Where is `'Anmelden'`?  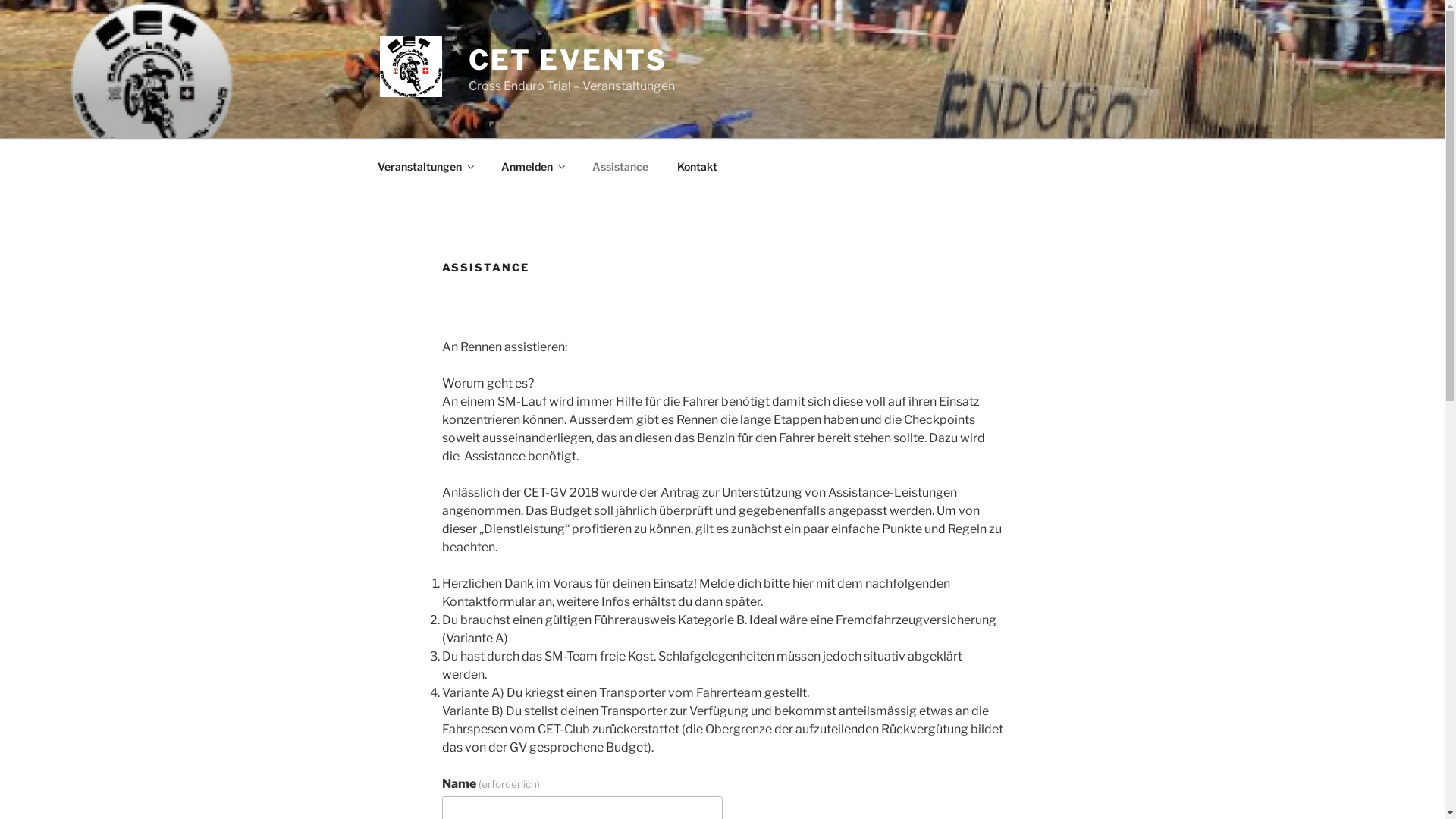 'Anmelden' is located at coordinates (532, 165).